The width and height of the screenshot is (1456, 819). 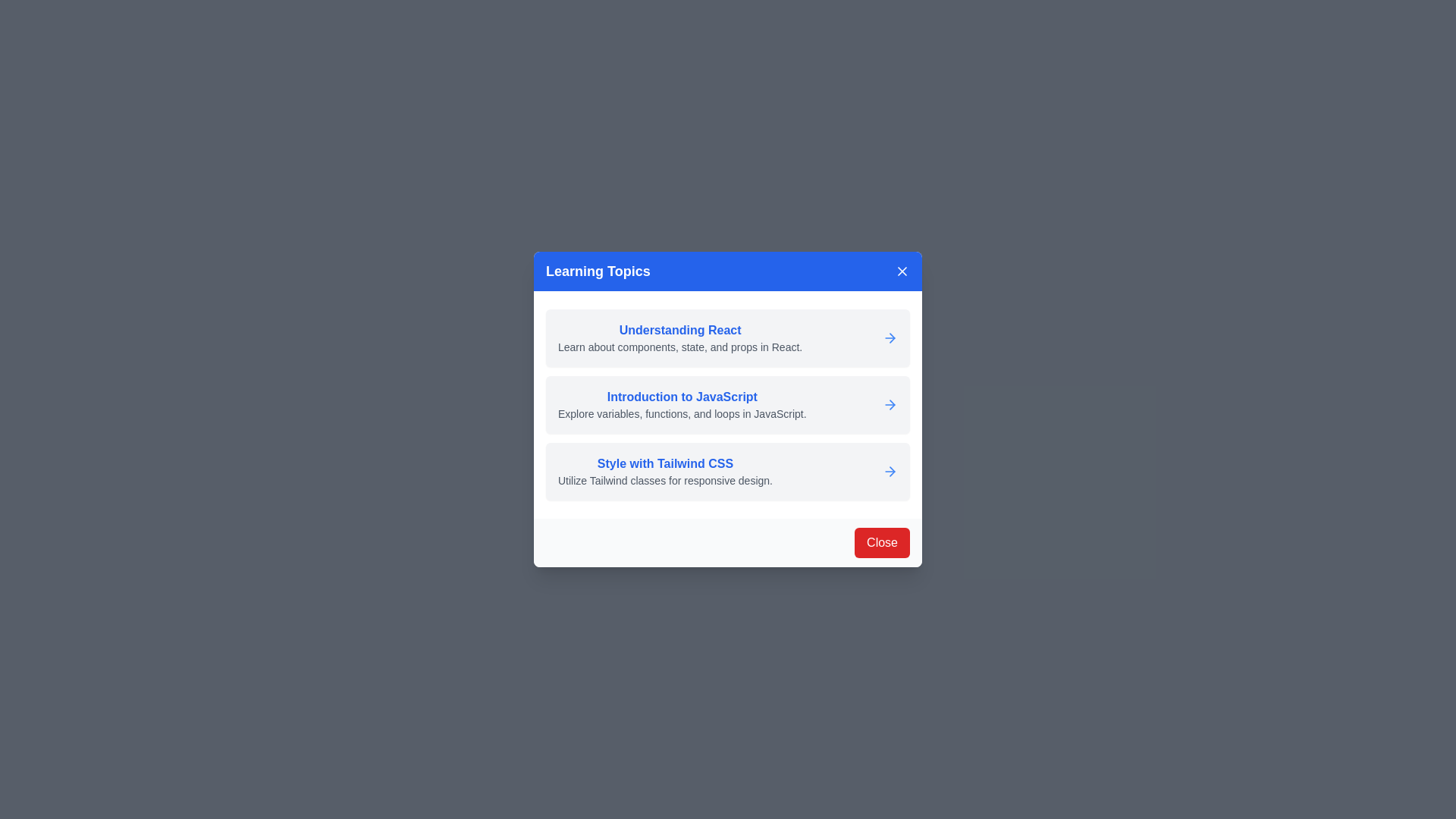 I want to click on the navigation icon located at the rightmost part of the third item in the vertical list inside the 'Learning Topics' modal, beside the 'Style with Tailwind CSS' text, so click(x=892, y=470).